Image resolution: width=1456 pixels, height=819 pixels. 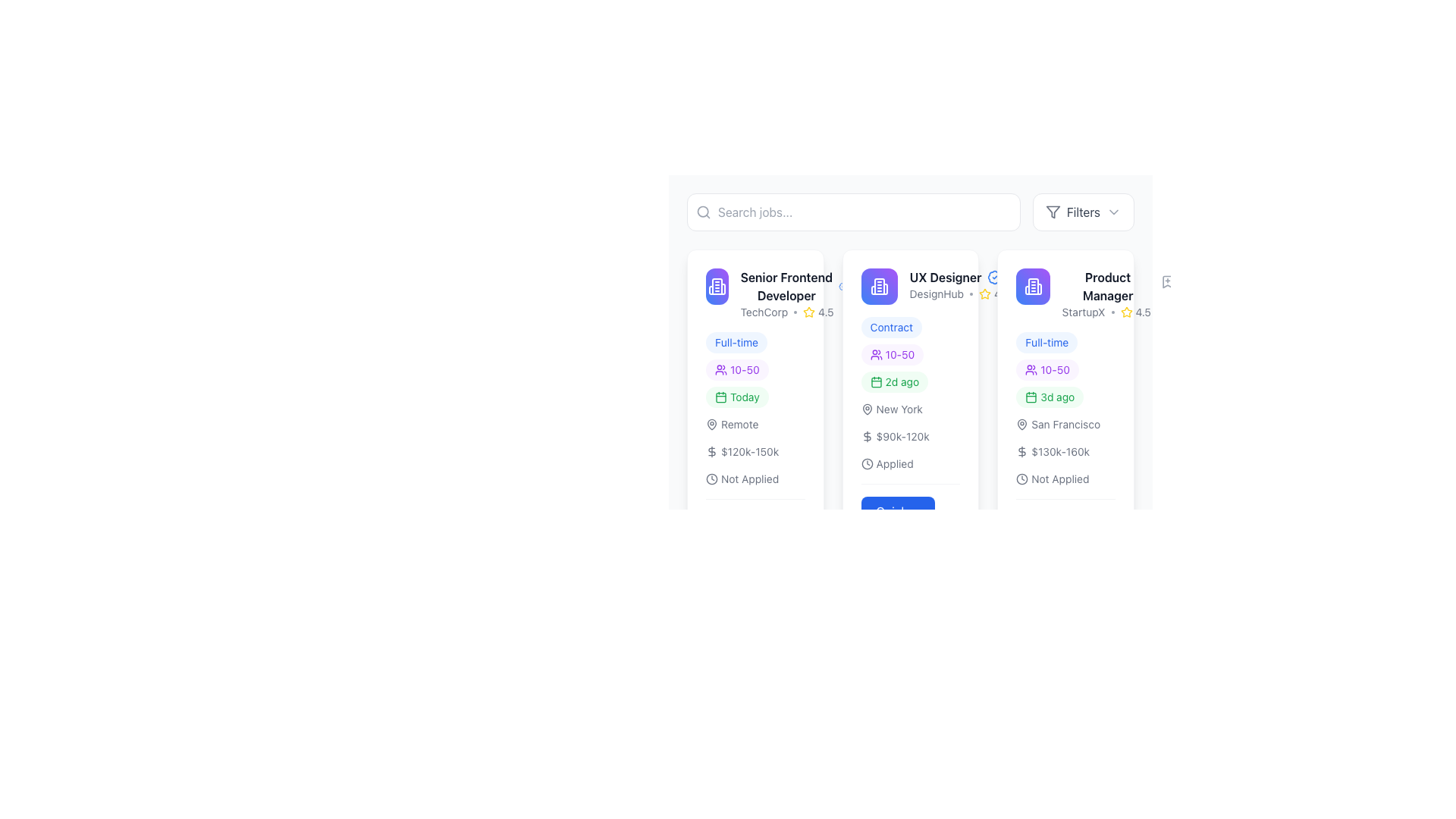 I want to click on the Icon graphical element that represents the main content area of a calendar, indicating a specific day or time, so click(x=720, y=397).